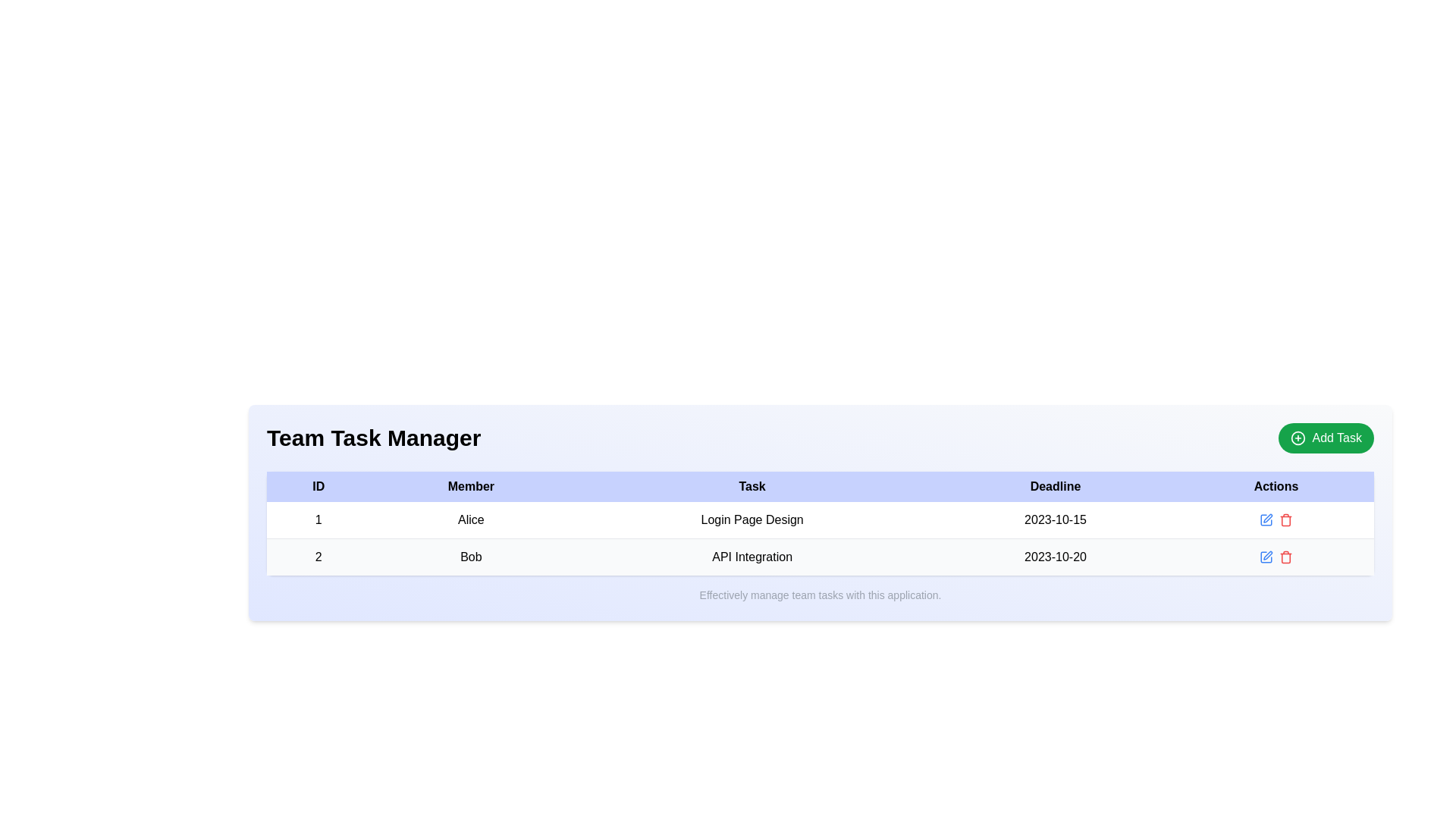  What do you see at coordinates (1285, 519) in the screenshot?
I see `the trash can icon button located at the rightmost section of the 'Actions' column` at bounding box center [1285, 519].